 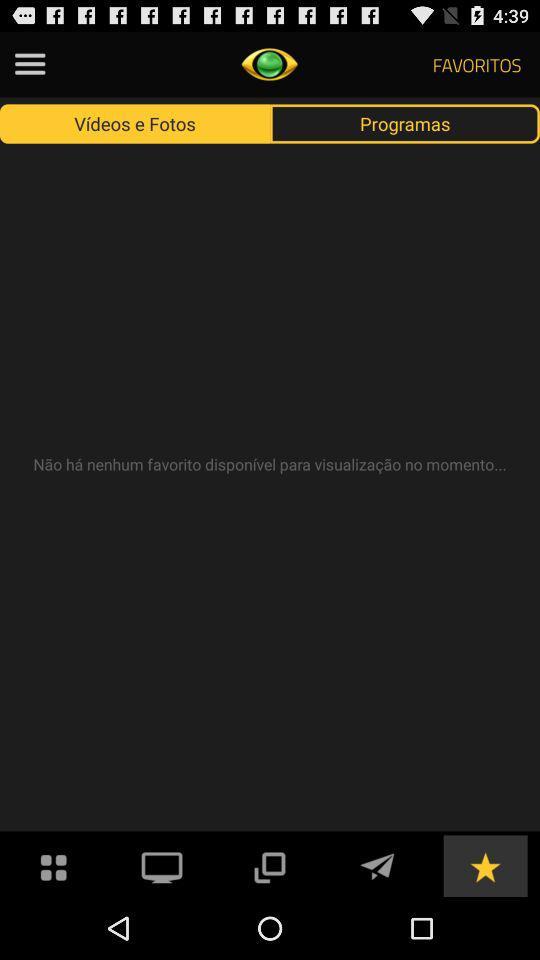 What do you see at coordinates (377, 864) in the screenshot?
I see `send` at bounding box center [377, 864].